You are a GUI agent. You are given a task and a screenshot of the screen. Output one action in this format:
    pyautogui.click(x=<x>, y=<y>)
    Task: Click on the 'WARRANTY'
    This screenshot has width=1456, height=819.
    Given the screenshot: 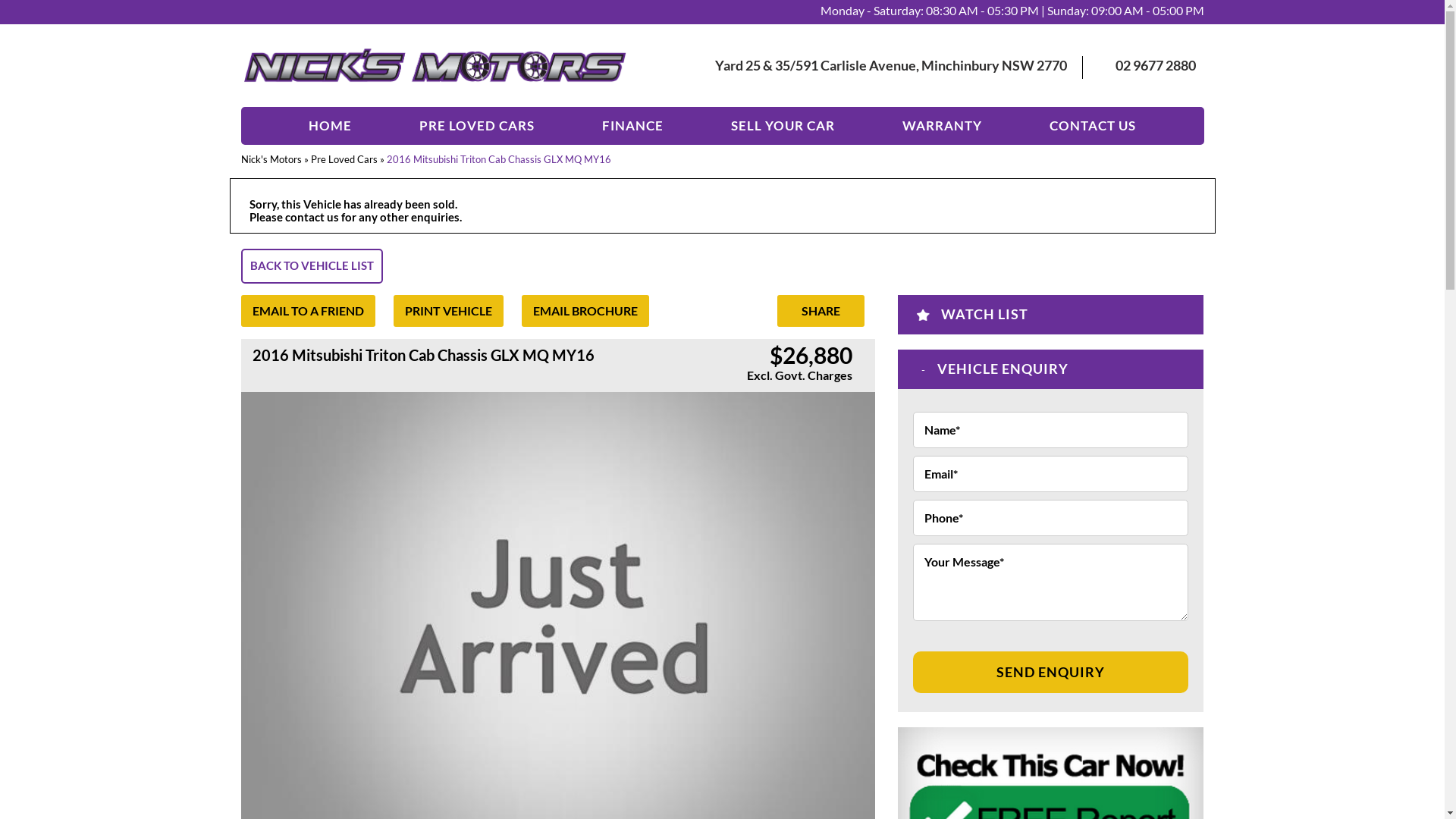 What is the action you would take?
    pyautogui.click(x=941, y=124)
    